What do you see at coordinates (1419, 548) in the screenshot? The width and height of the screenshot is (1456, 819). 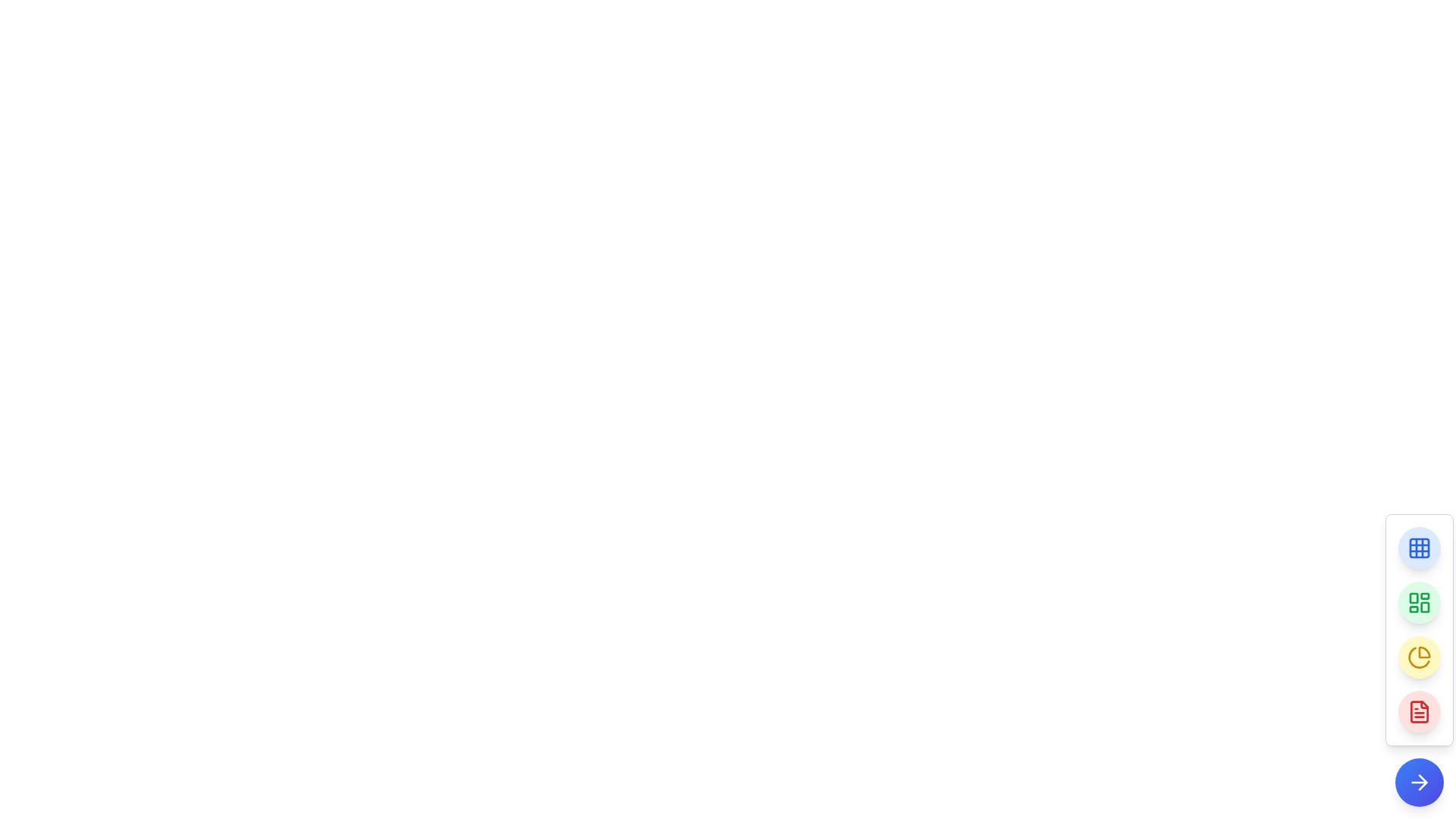 I see `the first circular button located at the bottom-right corner of the interface` at bounding box center [1419, 548].